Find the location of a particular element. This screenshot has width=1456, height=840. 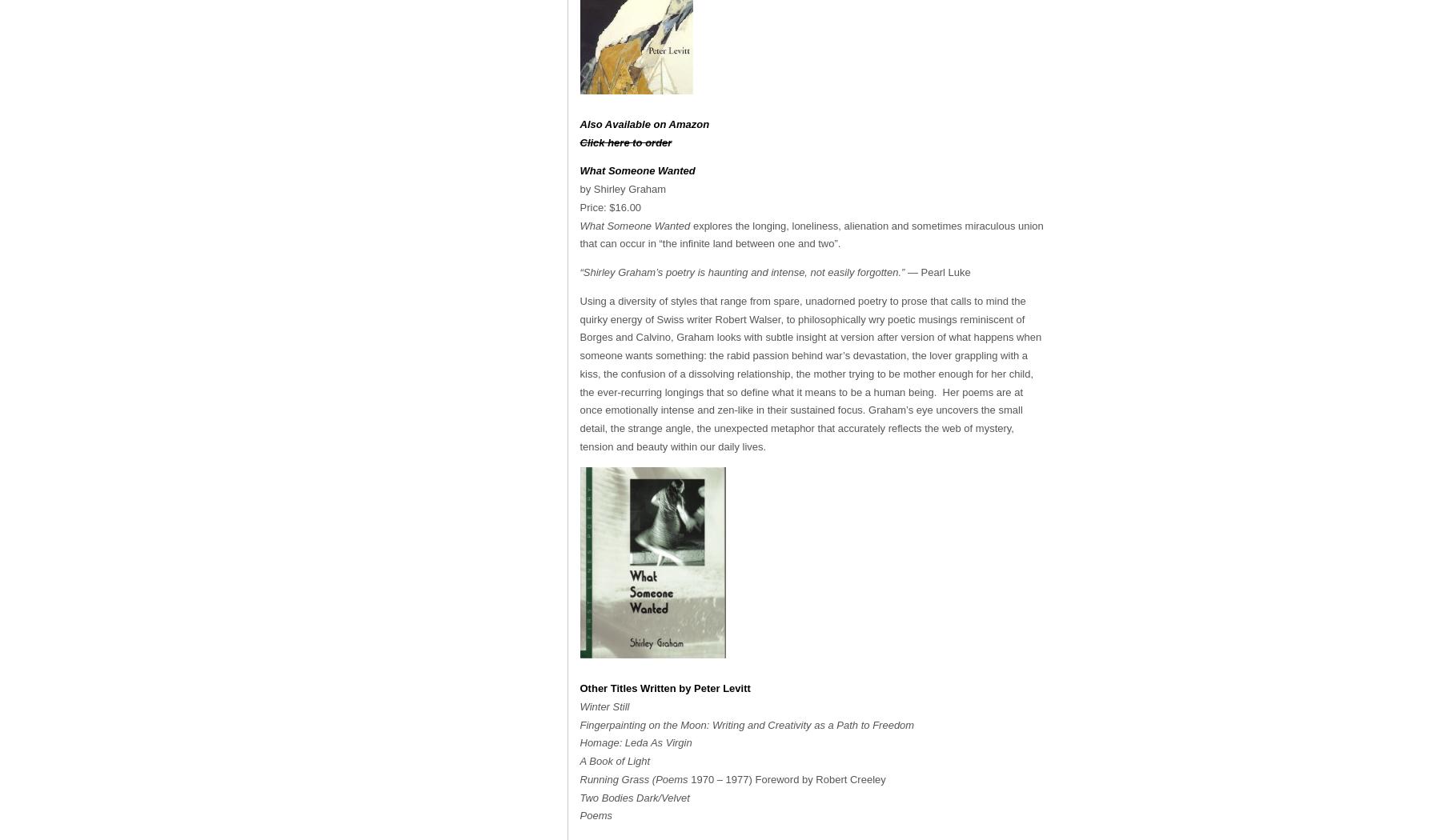

'Other Titles Written by Peter Levitt' is located at coordinates (664, 688).